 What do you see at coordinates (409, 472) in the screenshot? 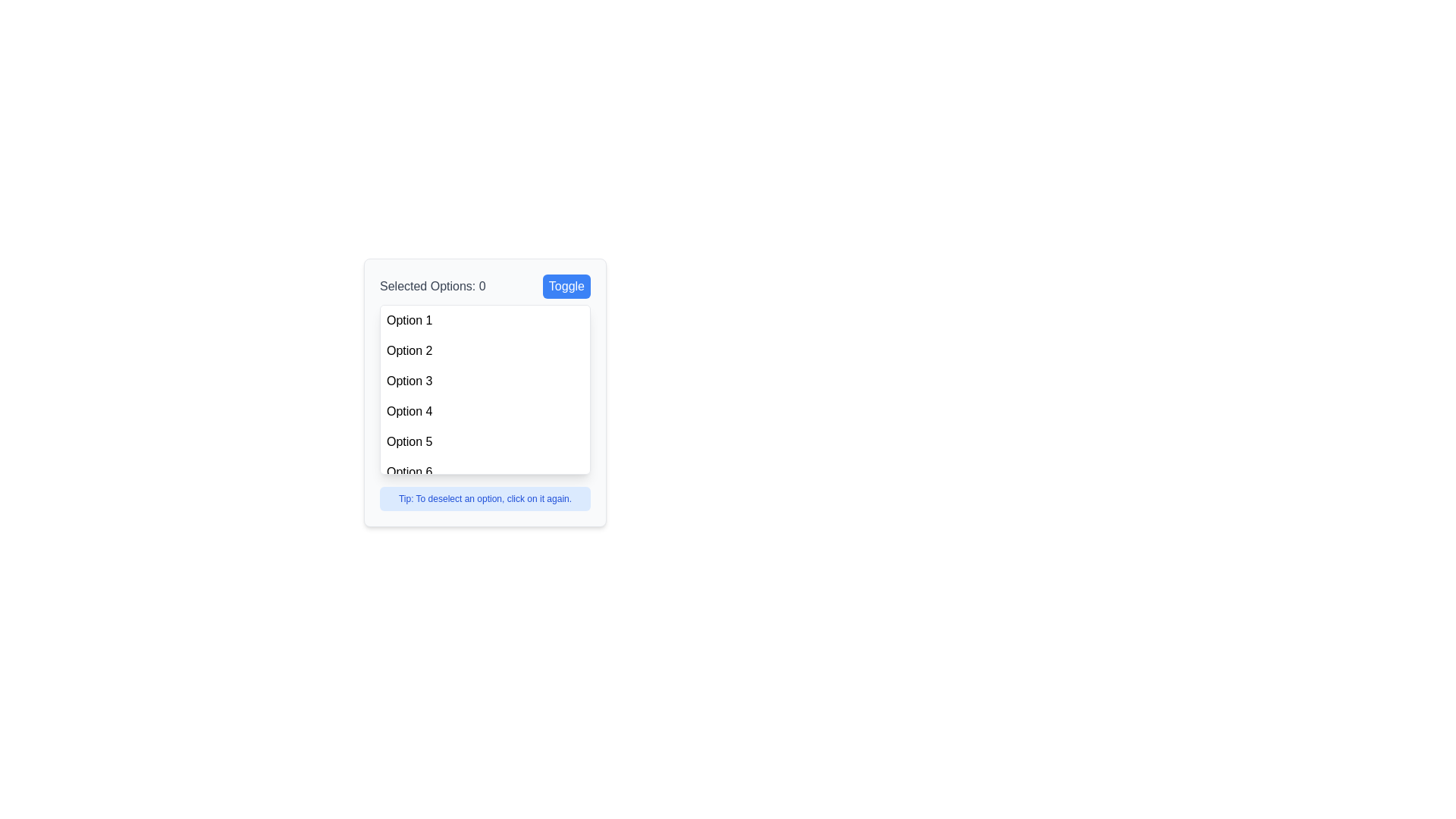
I see `the 'Option 6' text entry in the dropdown list` at bounding box center [409, 472].